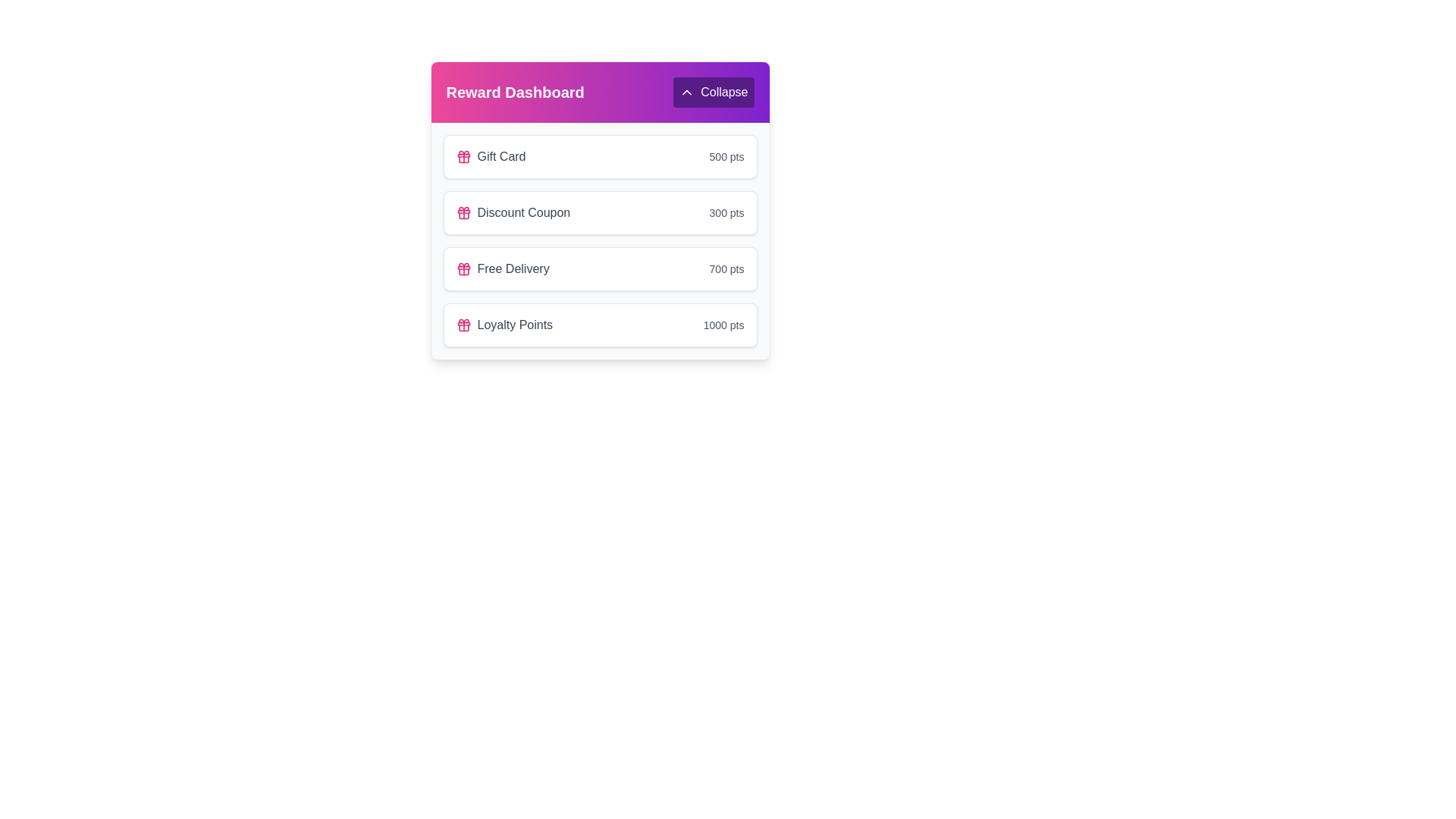 This screenshot has height=819, width=1456. What do you see at coordinates (713, 93) in the screenshot?
I see `the 'Collapse' button with a purple background and upward-facing chevron icon located in the top-right corner of the 'Reward Dashboard' header` at bounding box center [713, 93].